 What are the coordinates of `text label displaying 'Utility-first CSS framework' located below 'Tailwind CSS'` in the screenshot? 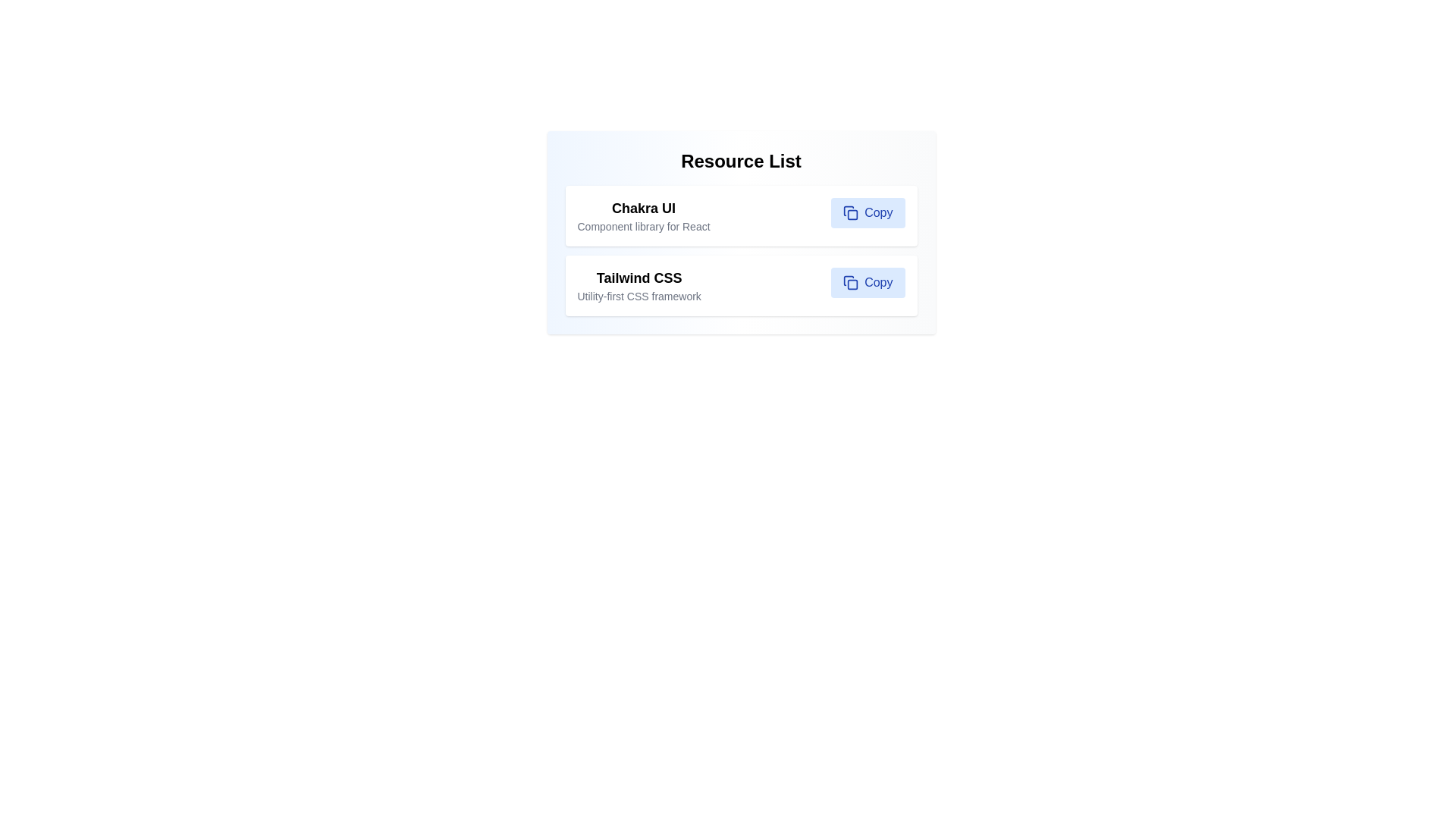 It's located at (639, 296).